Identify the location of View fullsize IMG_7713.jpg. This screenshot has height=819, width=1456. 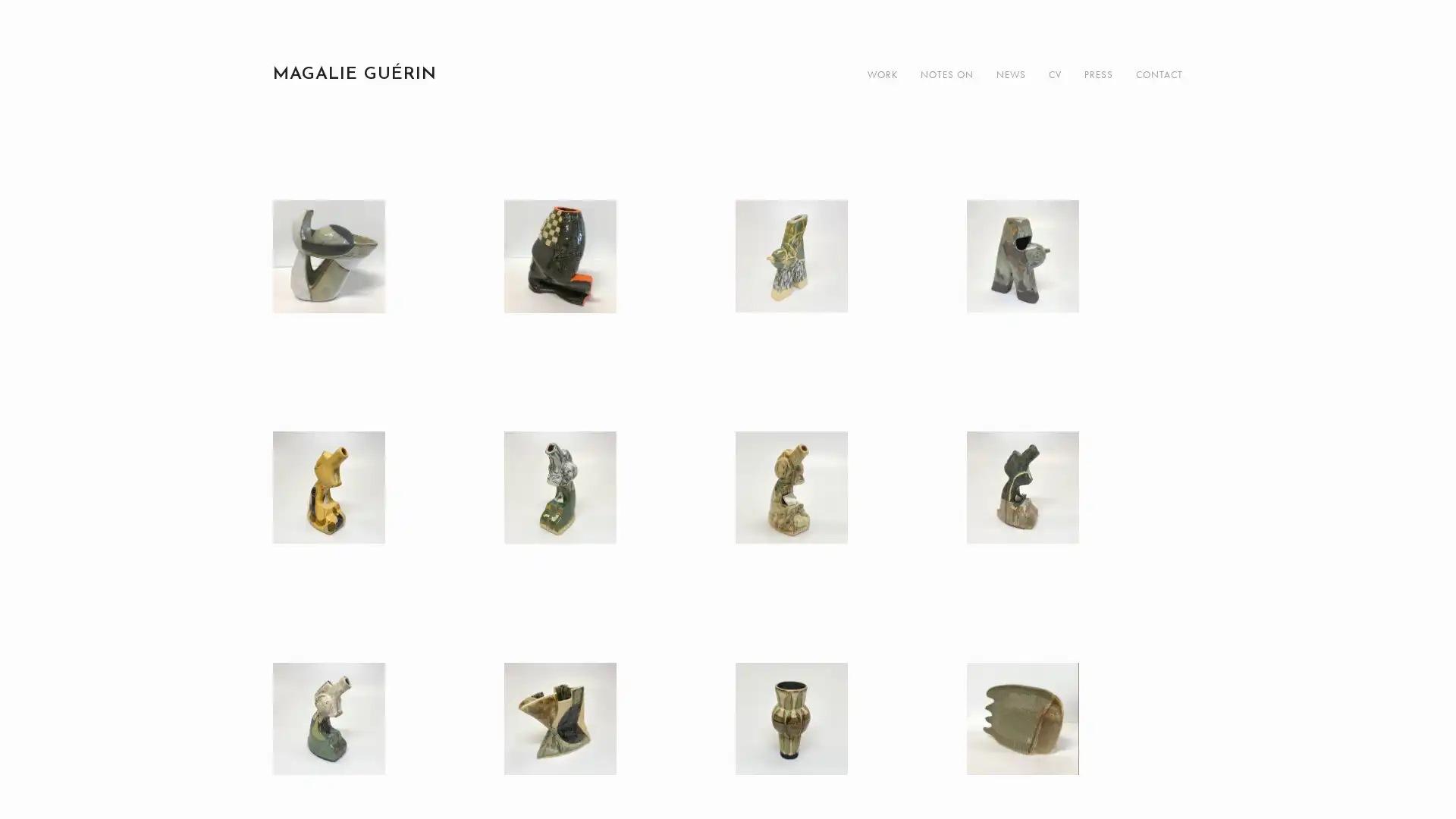
(843, 538).